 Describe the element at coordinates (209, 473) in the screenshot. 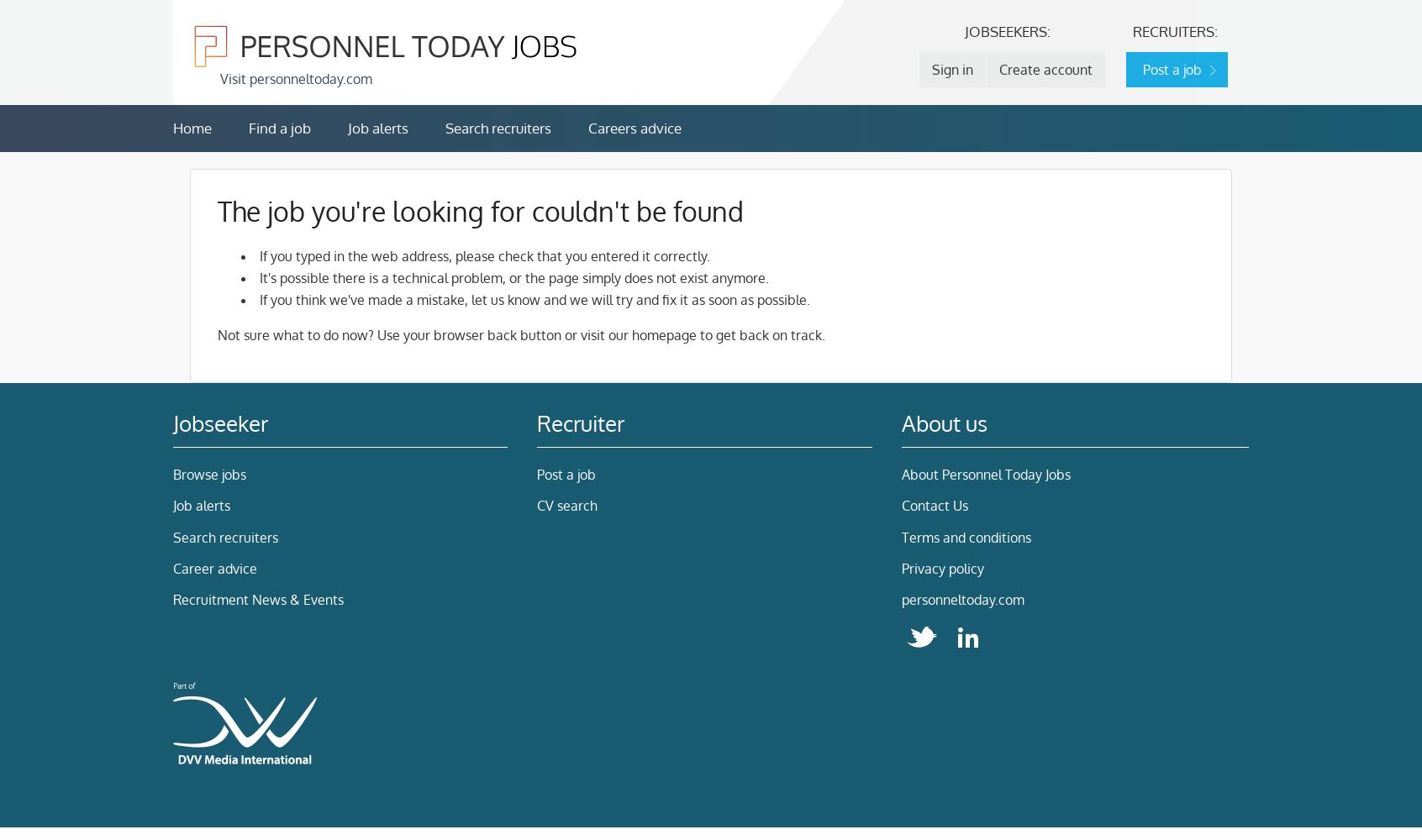

I see `'Browse jobs'` at that location.